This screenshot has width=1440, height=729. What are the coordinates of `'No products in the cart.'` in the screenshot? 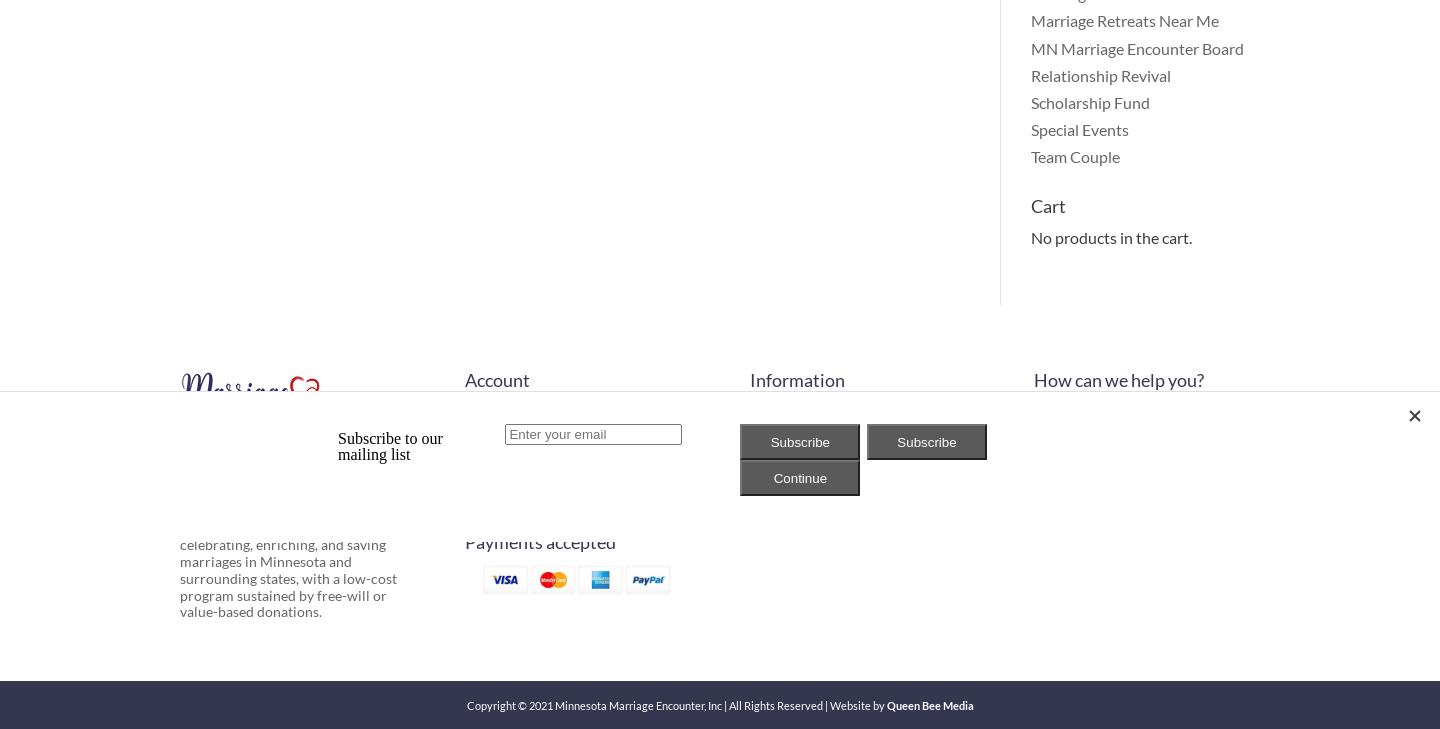 It's located at (1109, 236).